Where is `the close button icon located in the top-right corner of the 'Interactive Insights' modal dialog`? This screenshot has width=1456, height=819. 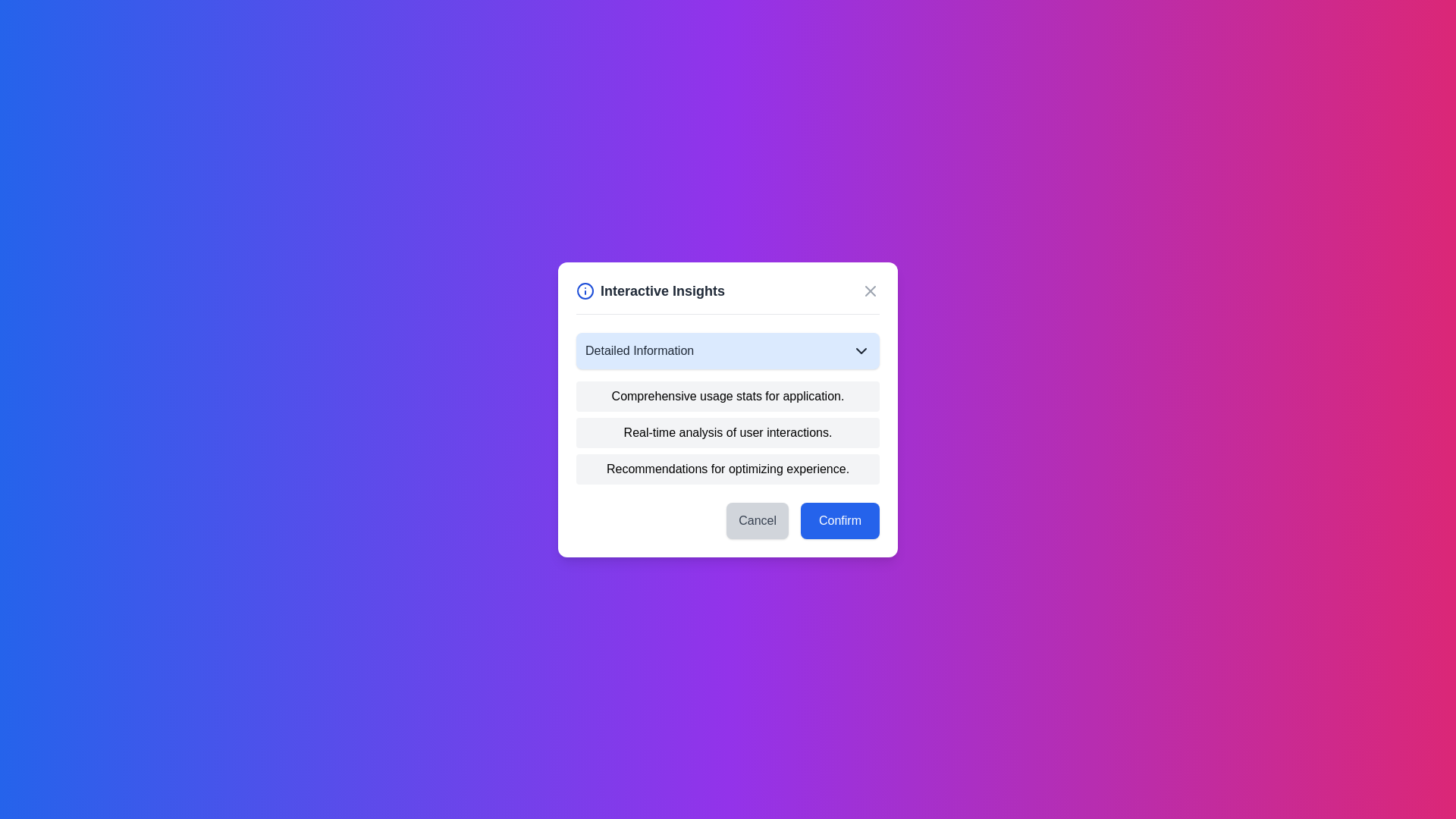 the close button icon located in the top-right corner of the 'Interactive Insights' modal dialog is located at coordinates (870, 290).